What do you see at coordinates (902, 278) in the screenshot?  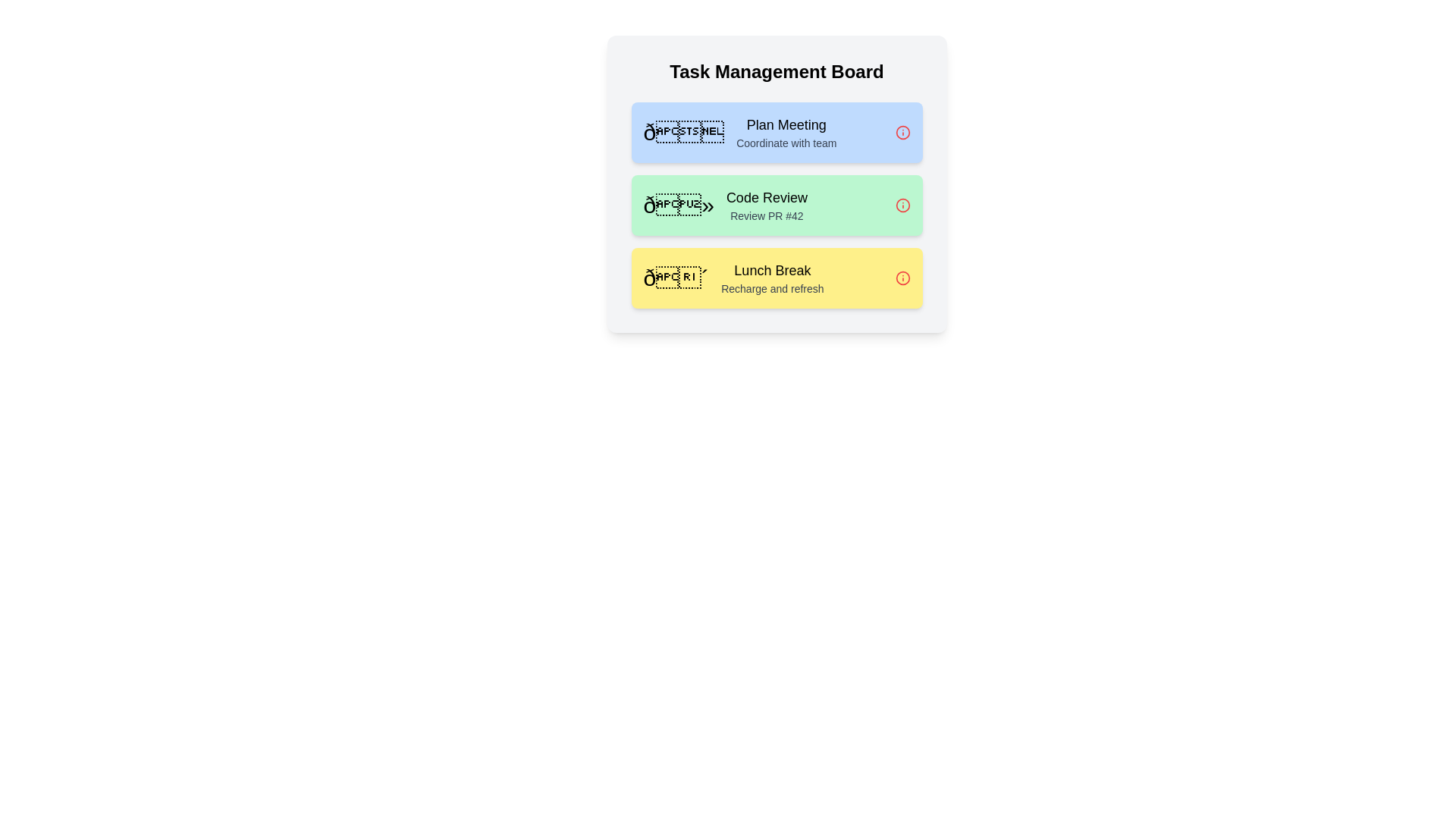 I see `remove button on the task titled 'Lunch Break'` at bounding box center [902, 278].